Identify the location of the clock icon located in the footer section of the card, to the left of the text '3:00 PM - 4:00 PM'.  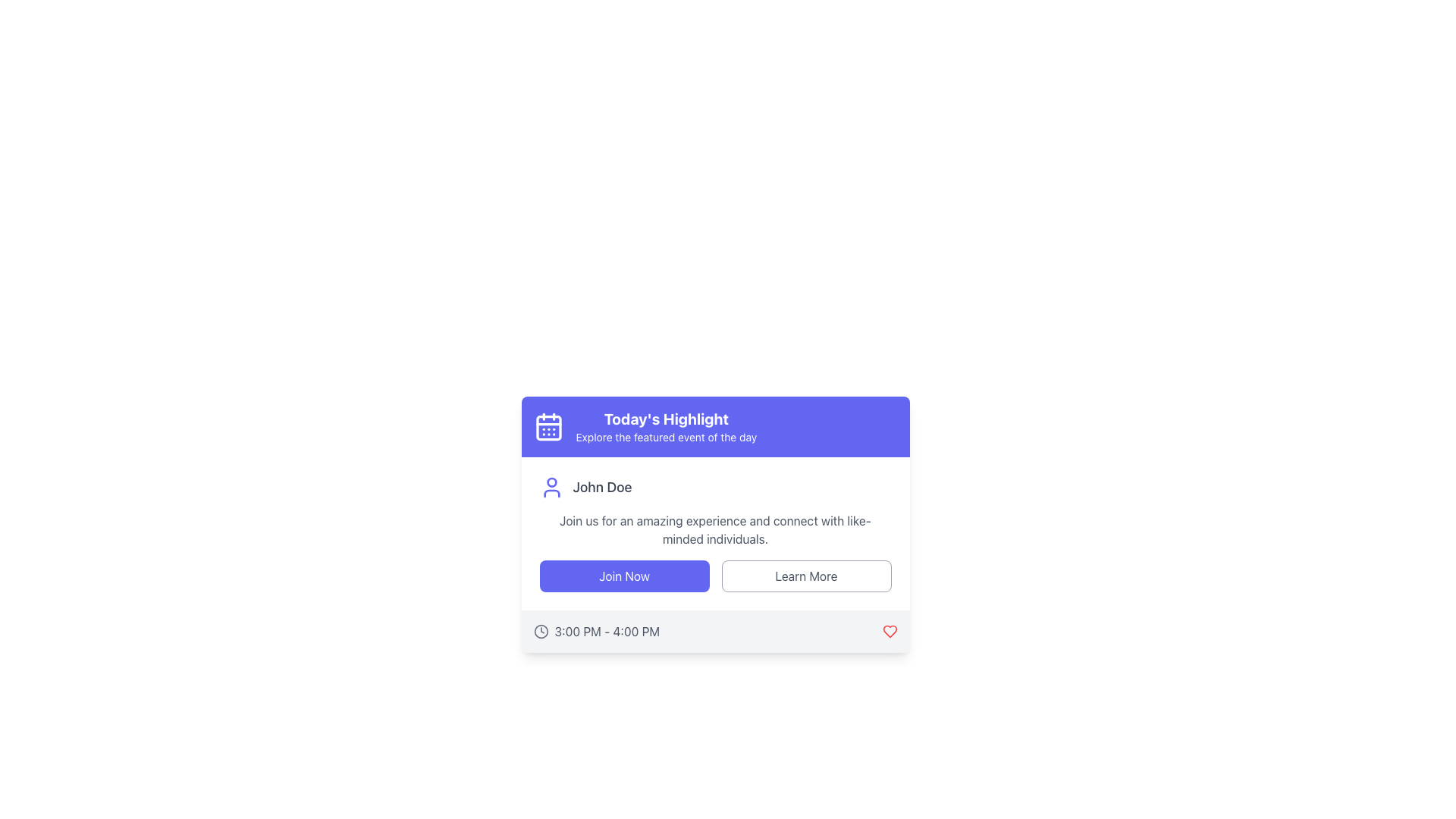
(541, 632).